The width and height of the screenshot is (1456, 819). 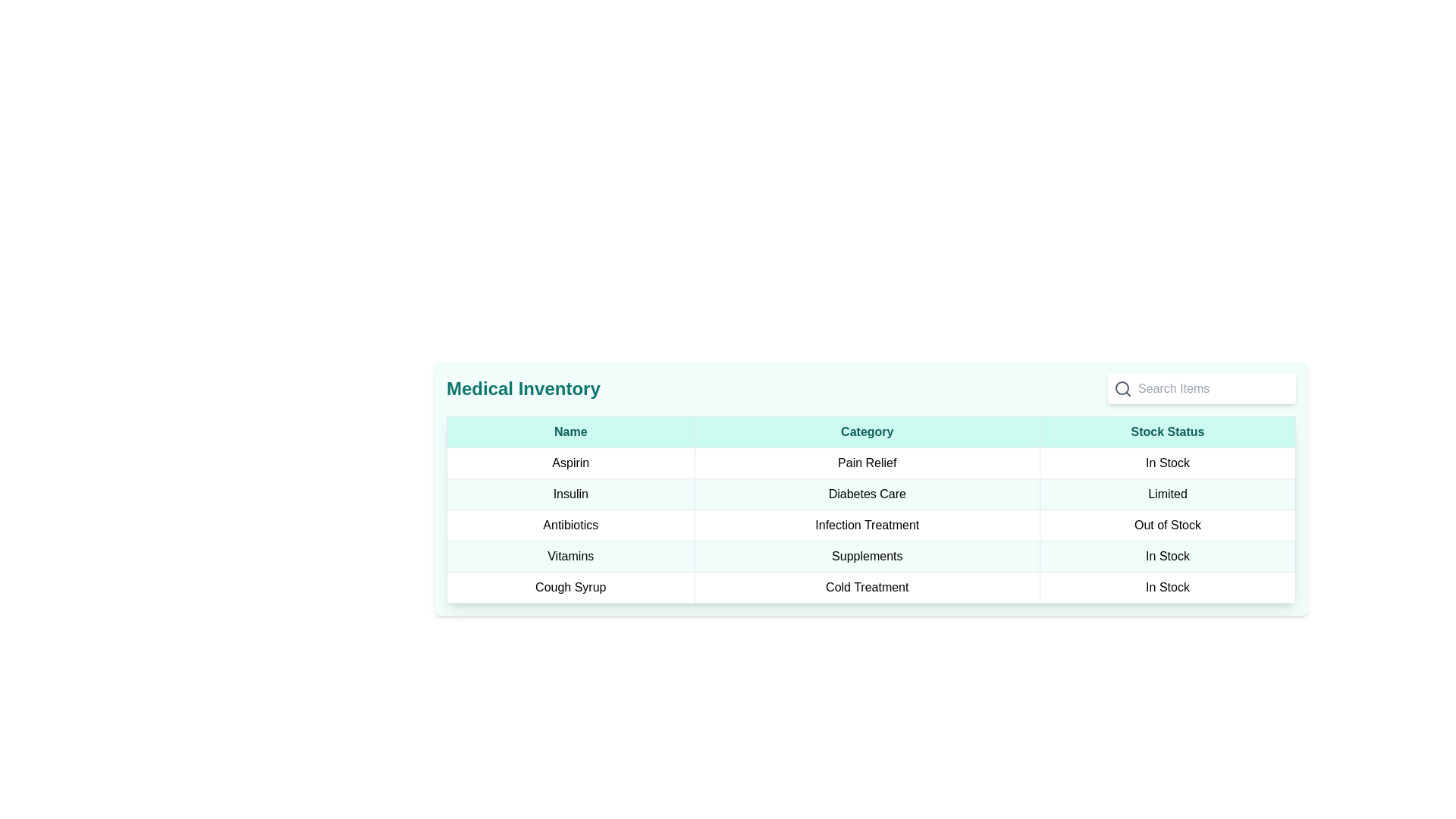 I want to click on the fifth row of the table that describes a medical item, located between the rows 'Antibiotics' and 'Cough Syrup', so click(x=871, y=556).